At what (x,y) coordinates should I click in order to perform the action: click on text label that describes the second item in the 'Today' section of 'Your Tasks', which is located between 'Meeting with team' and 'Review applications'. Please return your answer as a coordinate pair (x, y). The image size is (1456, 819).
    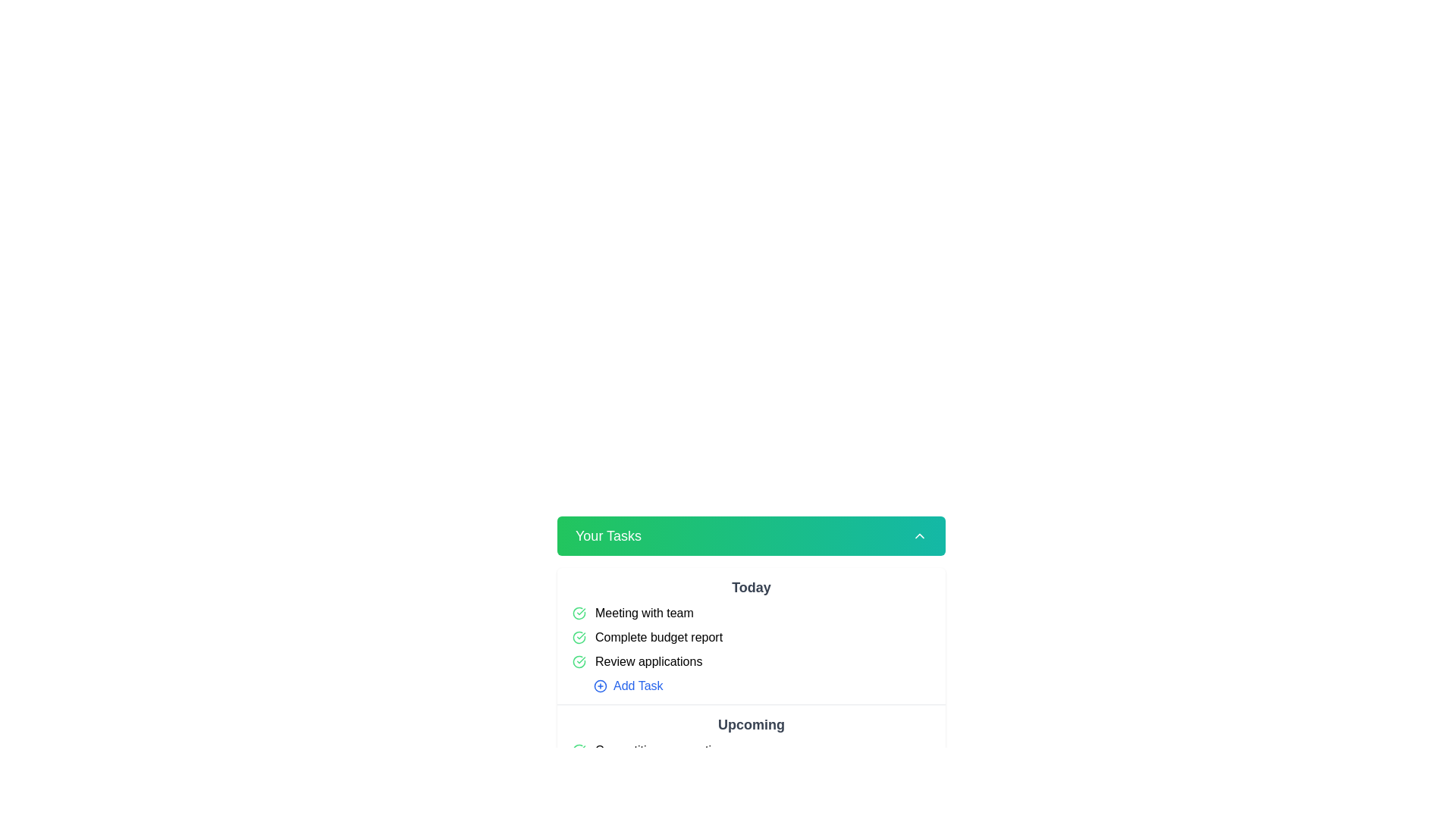
    Looking at the image, I should click on (658, 637).